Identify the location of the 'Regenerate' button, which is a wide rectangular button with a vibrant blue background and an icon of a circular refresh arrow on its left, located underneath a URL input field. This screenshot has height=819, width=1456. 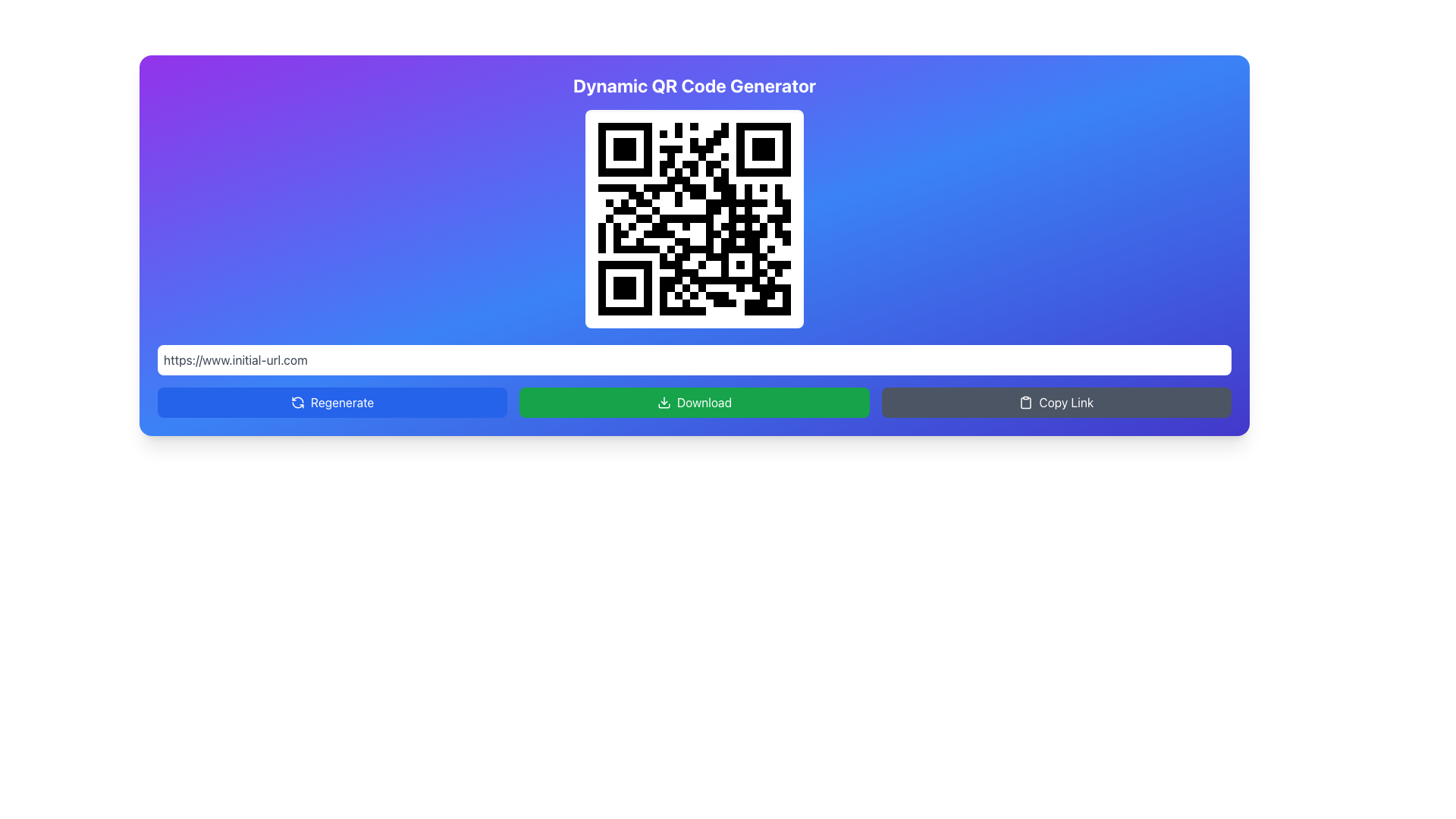
(331, 402).